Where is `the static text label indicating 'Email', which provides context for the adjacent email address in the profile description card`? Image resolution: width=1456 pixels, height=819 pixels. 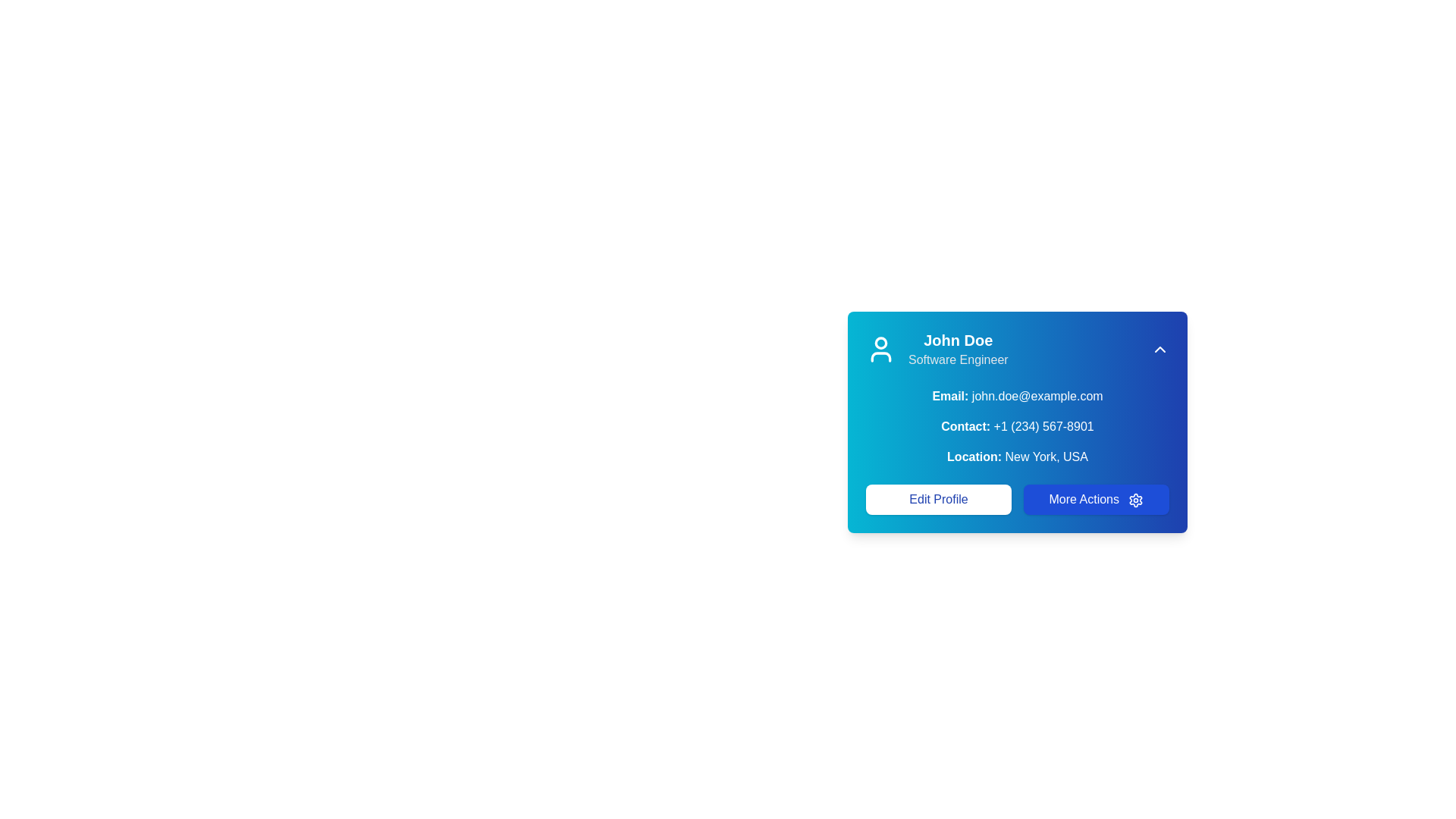
the static text label indicating 'Email', which provides context for the adjacent email address in the profile description card is located at coordinates (949, 395).